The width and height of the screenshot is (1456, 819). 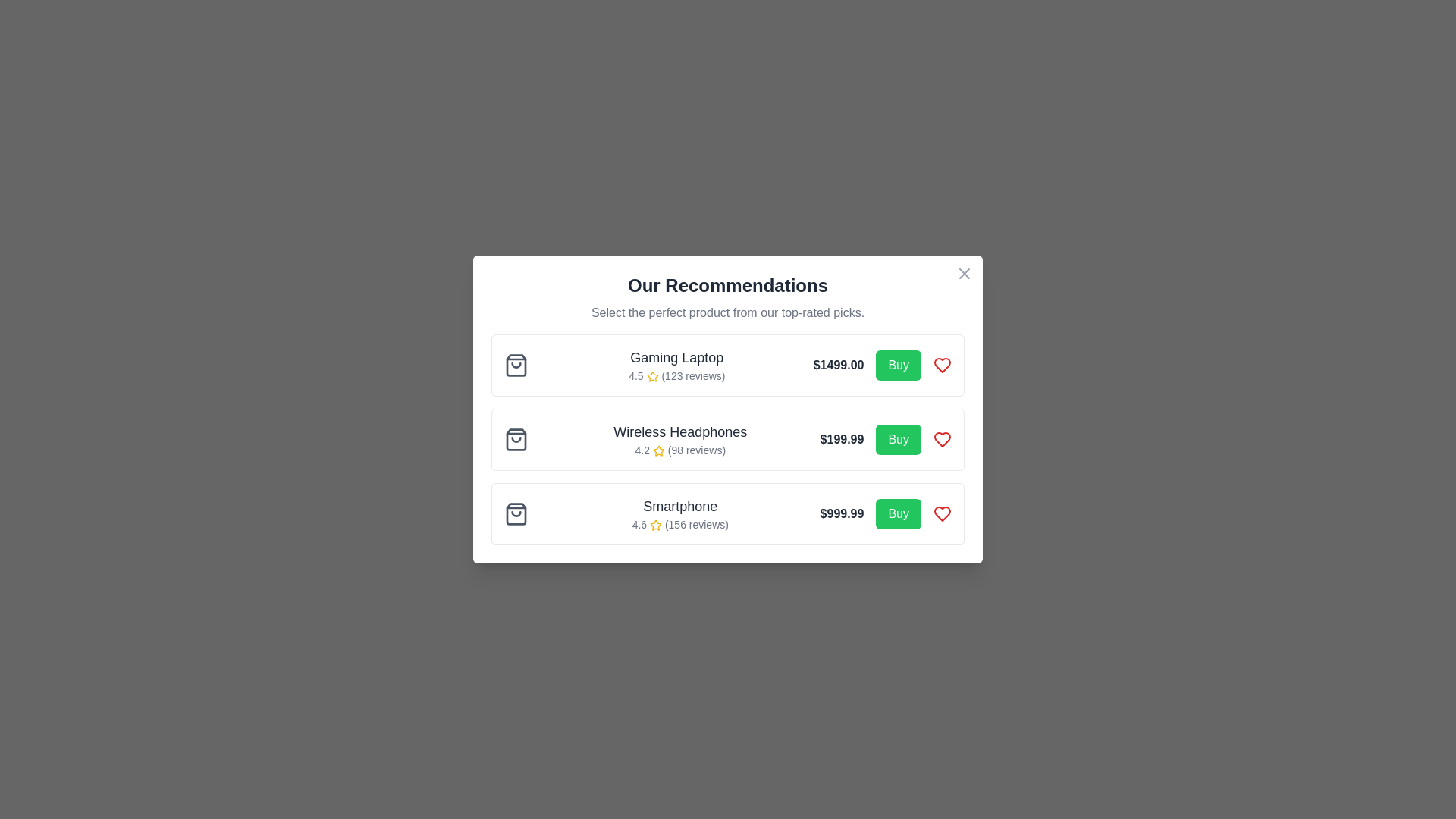 I want to click on the Text Label that provides the rating and review count for the product 'Smartphone', located below the title and aligned to the left within the recommendation card, so click(x=679, y=523).